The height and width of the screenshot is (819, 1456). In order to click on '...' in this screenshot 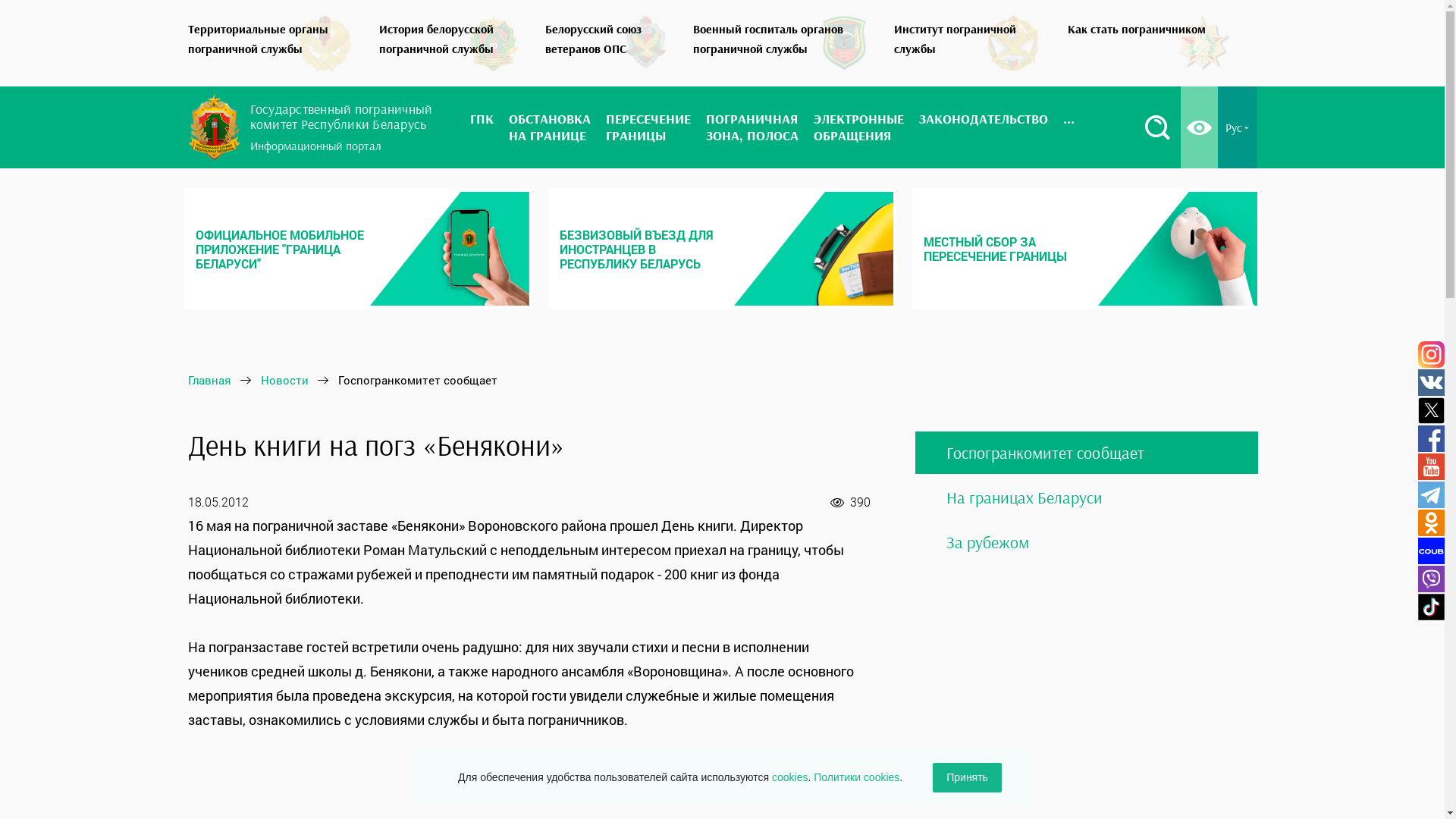, I will do `click(1068, 127)`.